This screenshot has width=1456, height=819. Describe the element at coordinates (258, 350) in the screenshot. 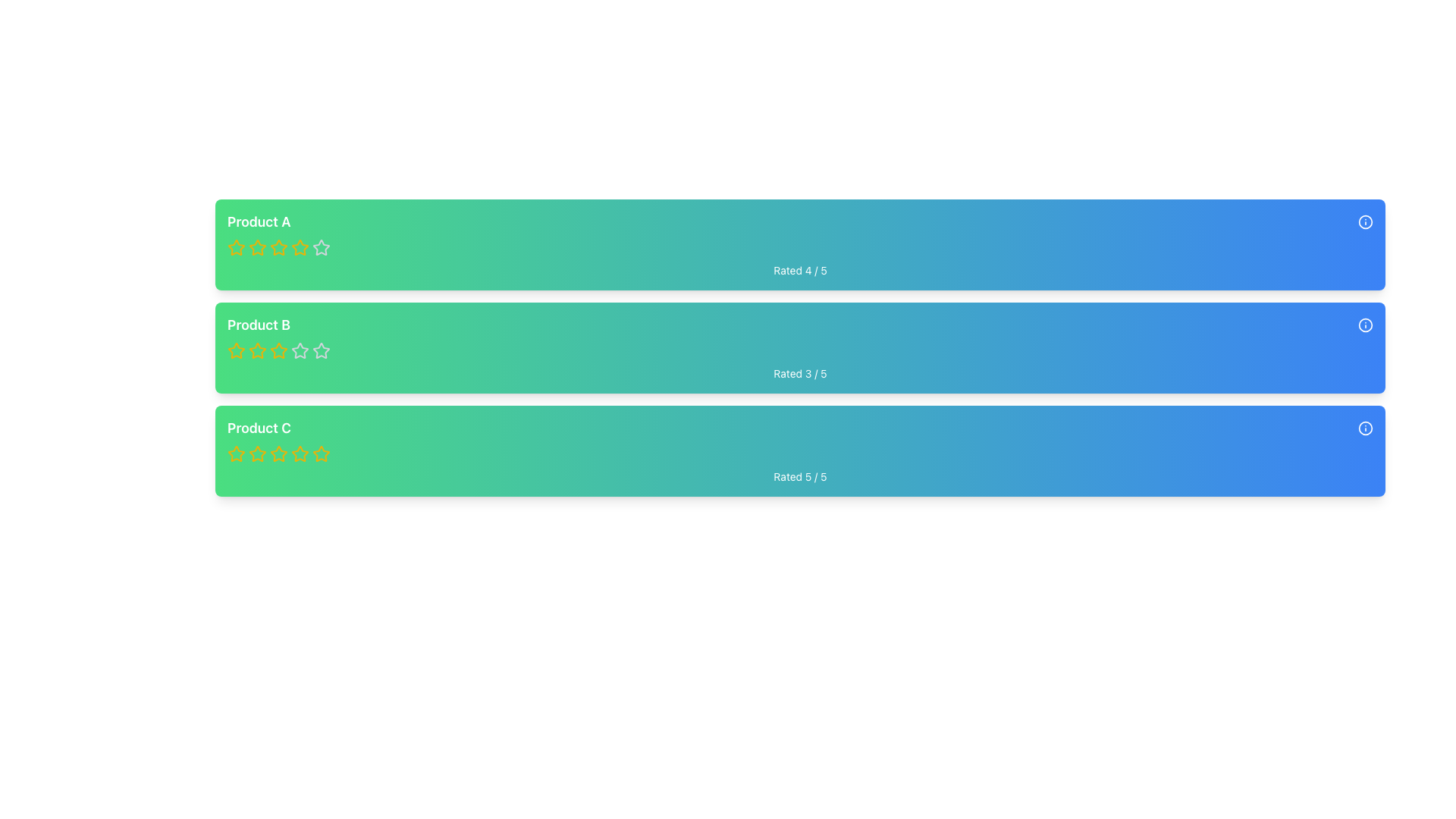

I see `the second yellow star-shaped icon in the row of rating stars under Product B` at that location.